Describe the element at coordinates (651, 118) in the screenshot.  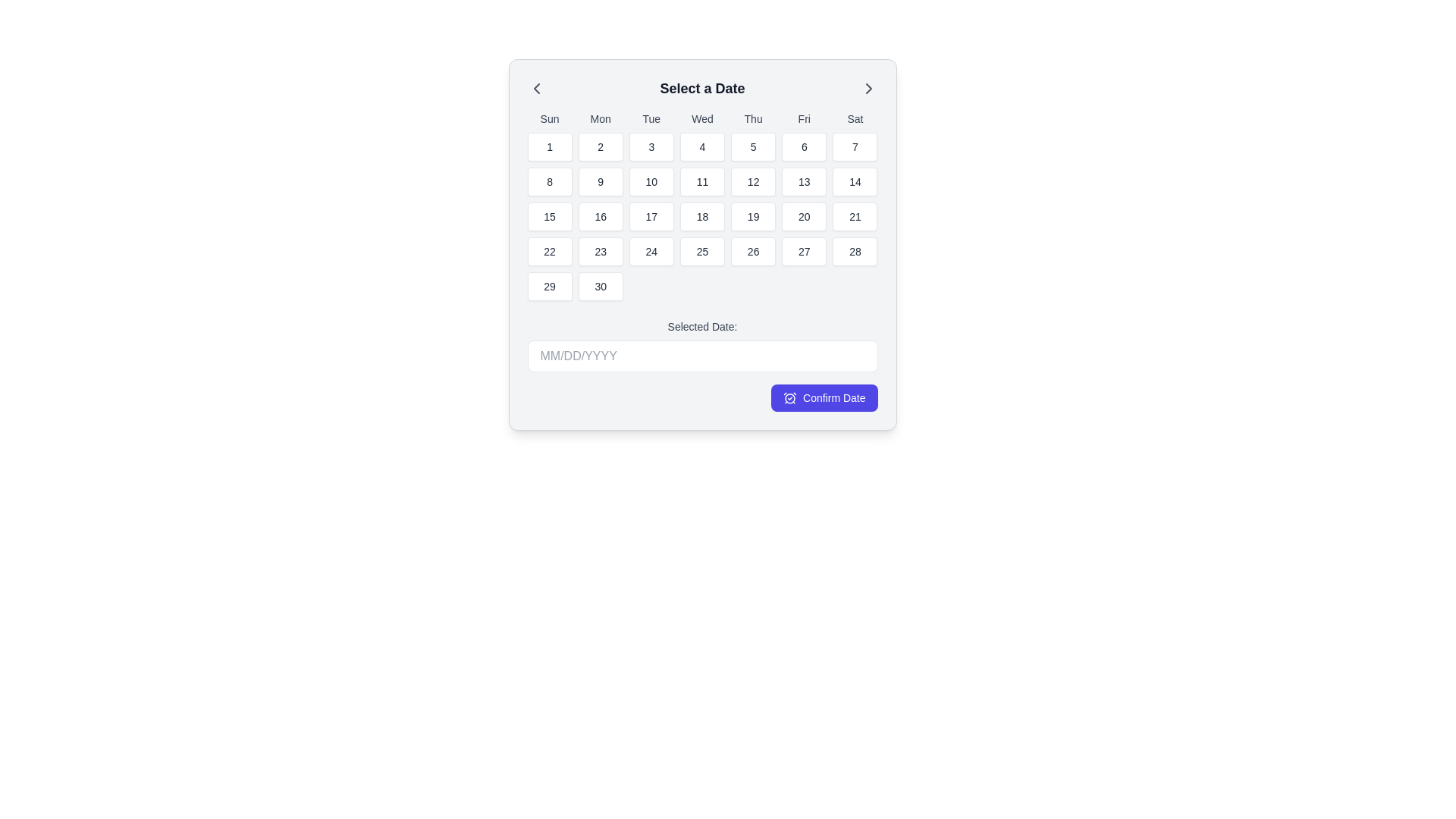
I see `the text label displaying 'Tue', which represents Tuesday in the calendar header row` at that location.